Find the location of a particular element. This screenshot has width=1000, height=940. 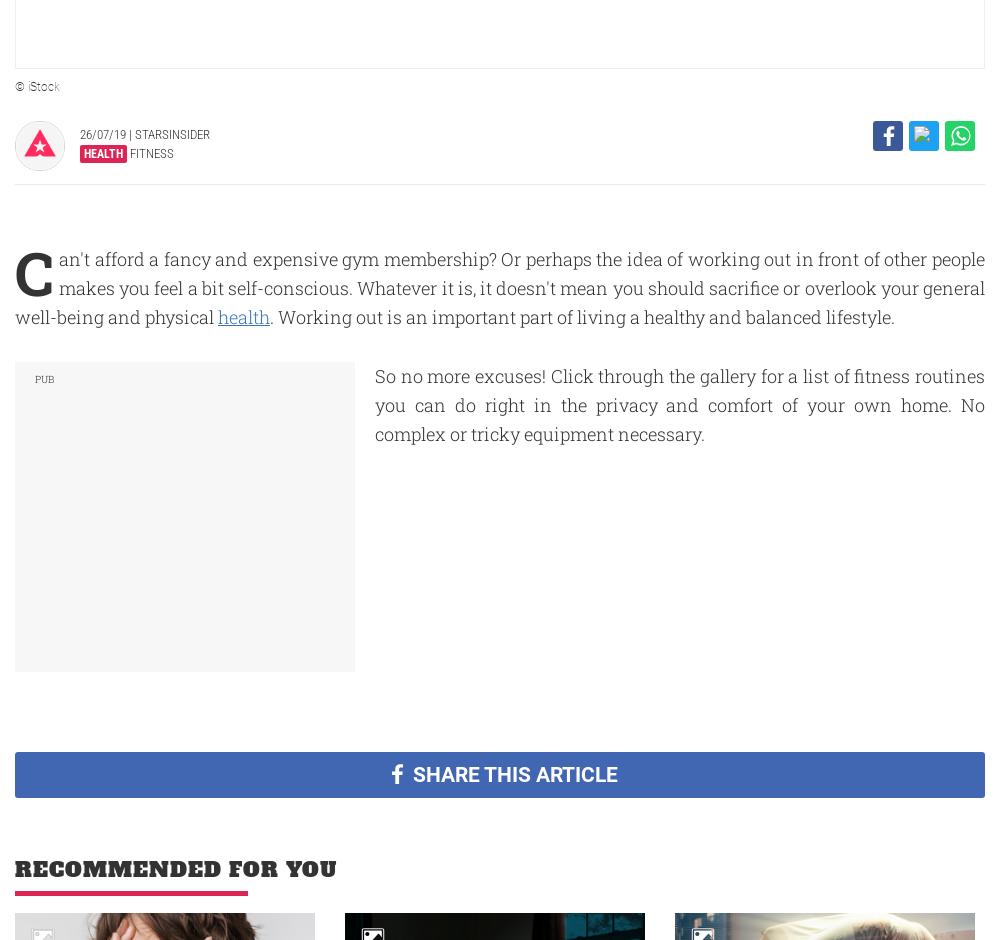

'C' is located at coordinates (15, 271).